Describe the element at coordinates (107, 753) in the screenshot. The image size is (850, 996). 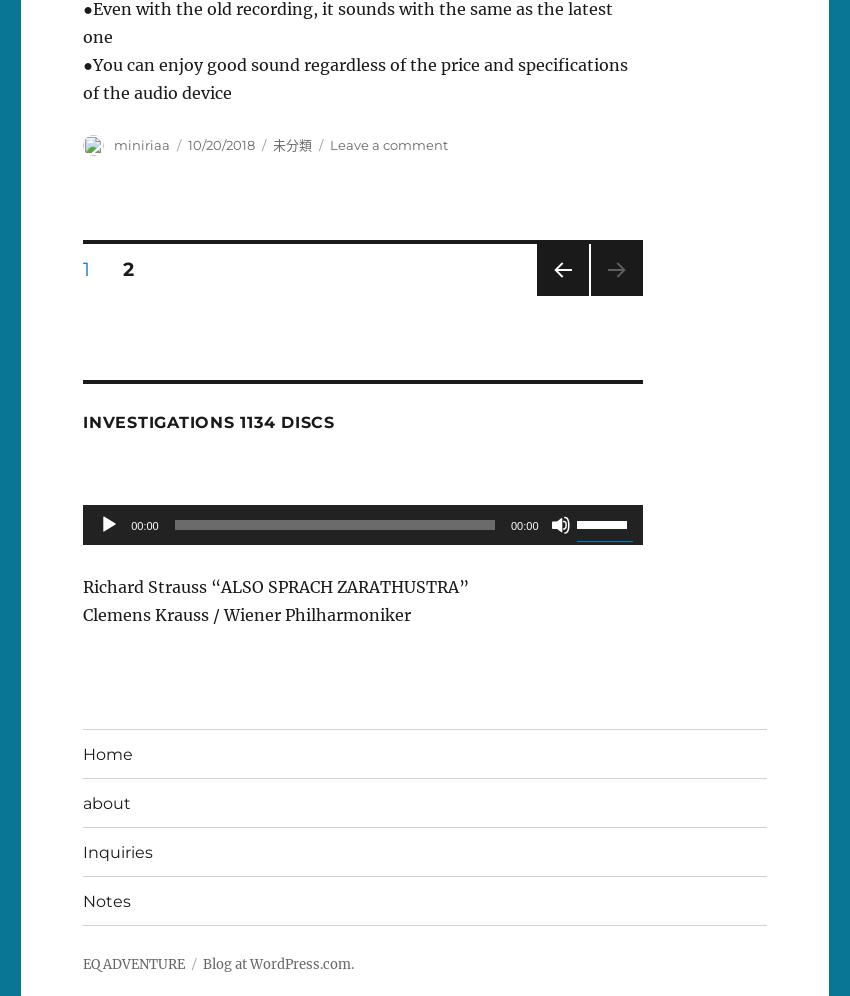
I see `'Home'` at that location.